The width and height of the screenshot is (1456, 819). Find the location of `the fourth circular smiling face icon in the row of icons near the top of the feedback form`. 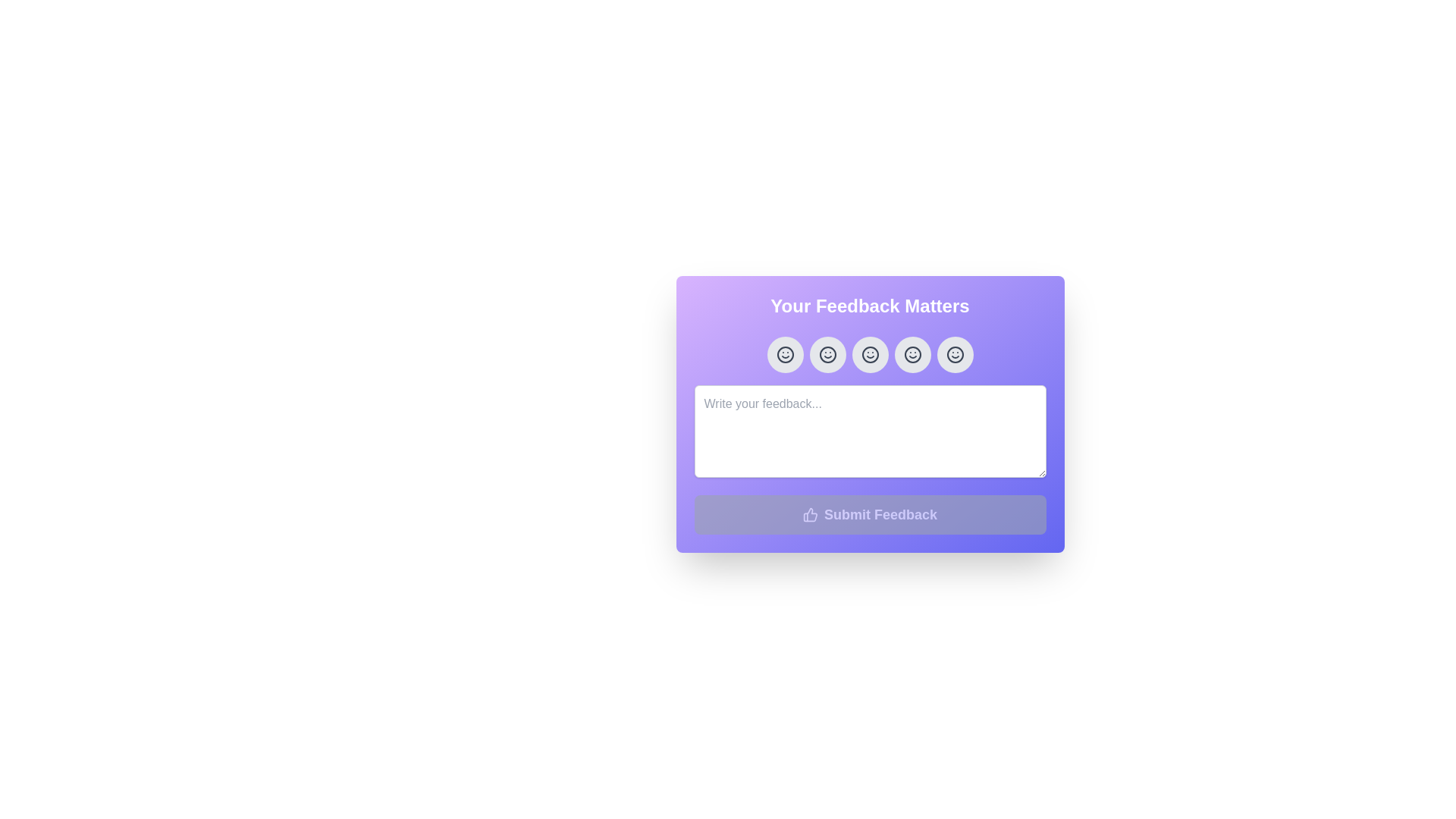

the fourth circular smiling face icon in the row of icons near the top of the feedback form is located at coordinates (912, 354).